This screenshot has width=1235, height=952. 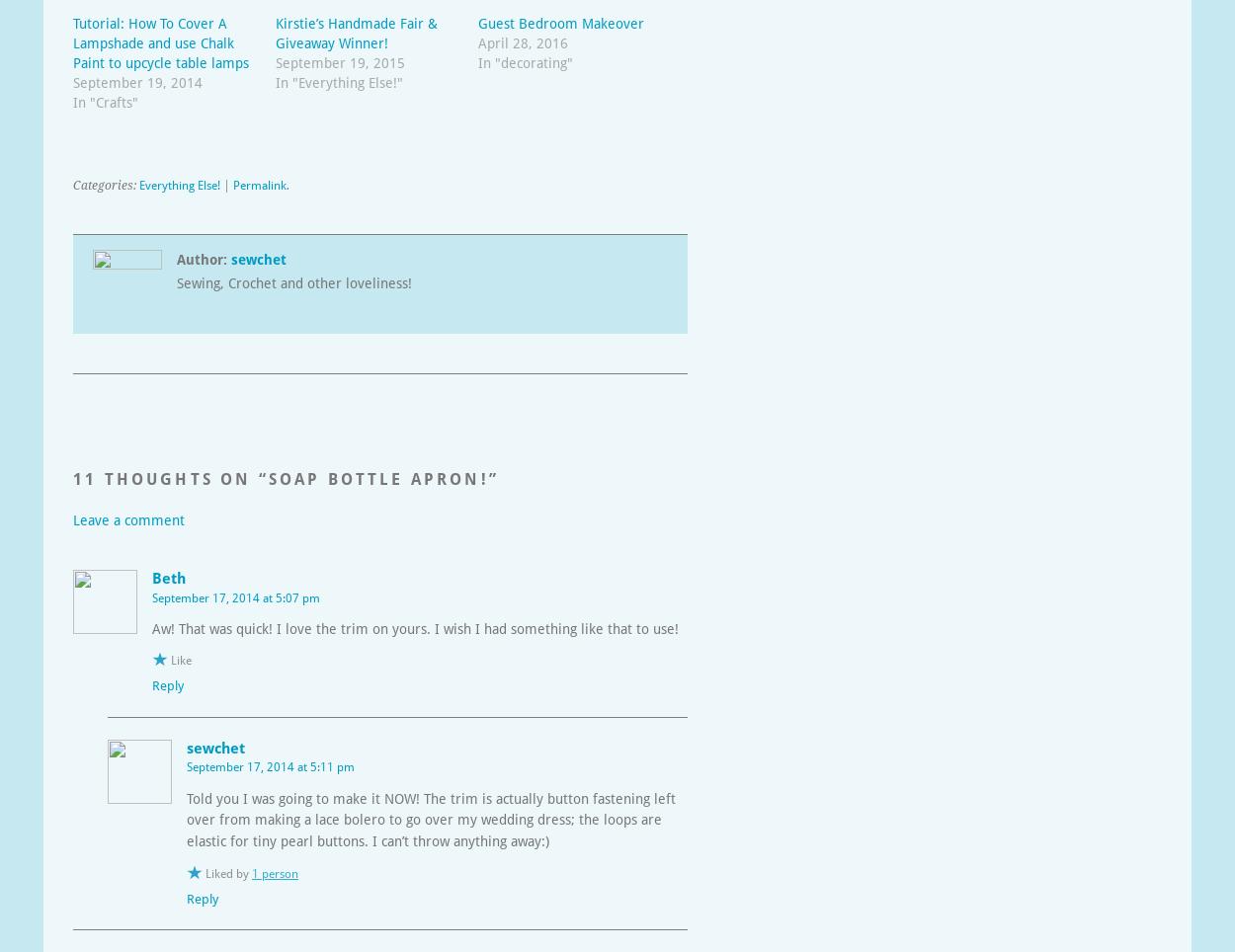 What do you see at coordinates (170, 477) in the screenshot?
I see `'11 thoughts on “'` at bounding box center [170, 477].